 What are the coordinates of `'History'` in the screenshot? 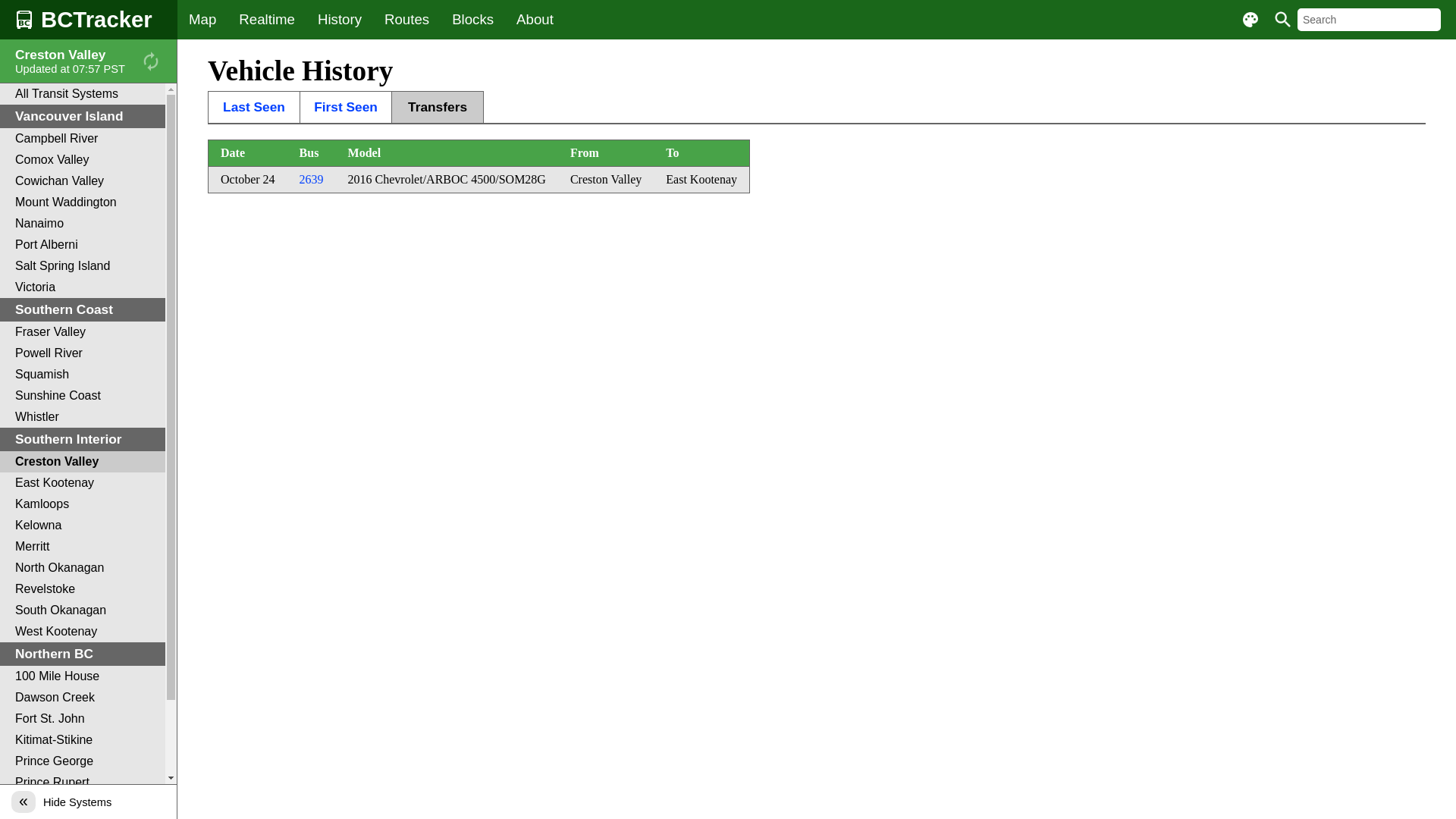 It's located at (338, 20).